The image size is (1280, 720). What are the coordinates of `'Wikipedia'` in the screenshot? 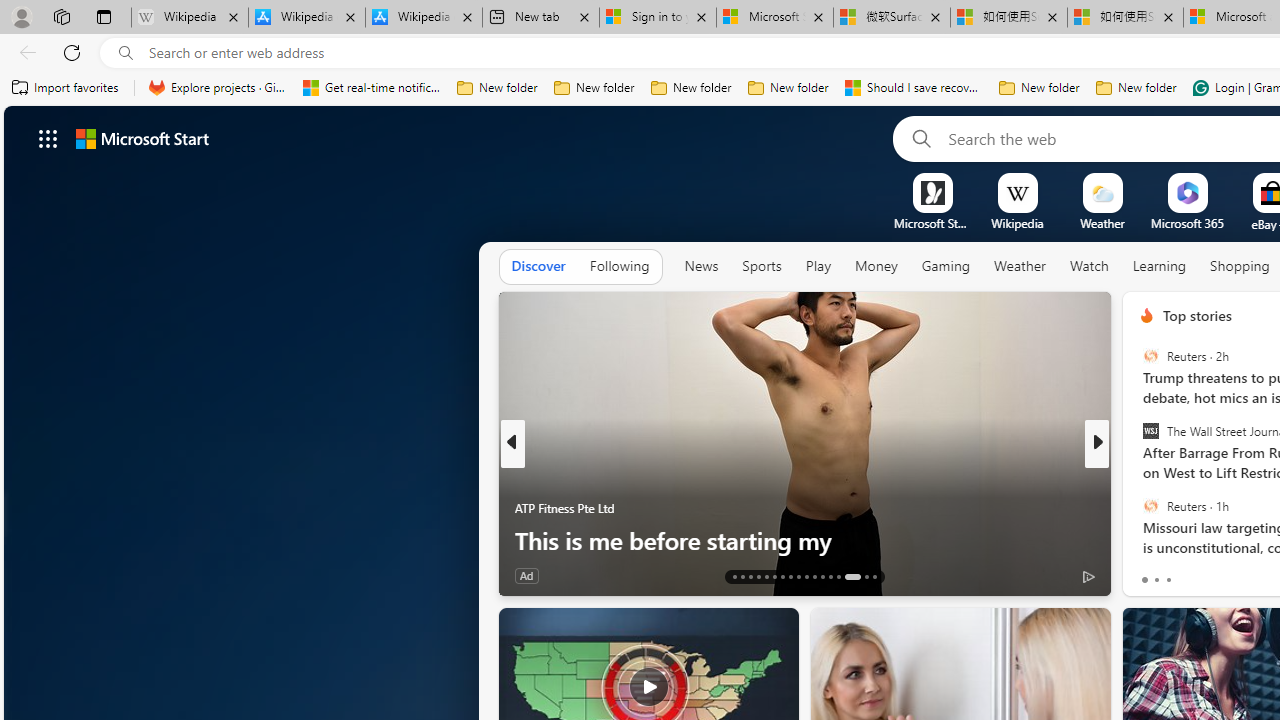 It's located at (1017, 223).